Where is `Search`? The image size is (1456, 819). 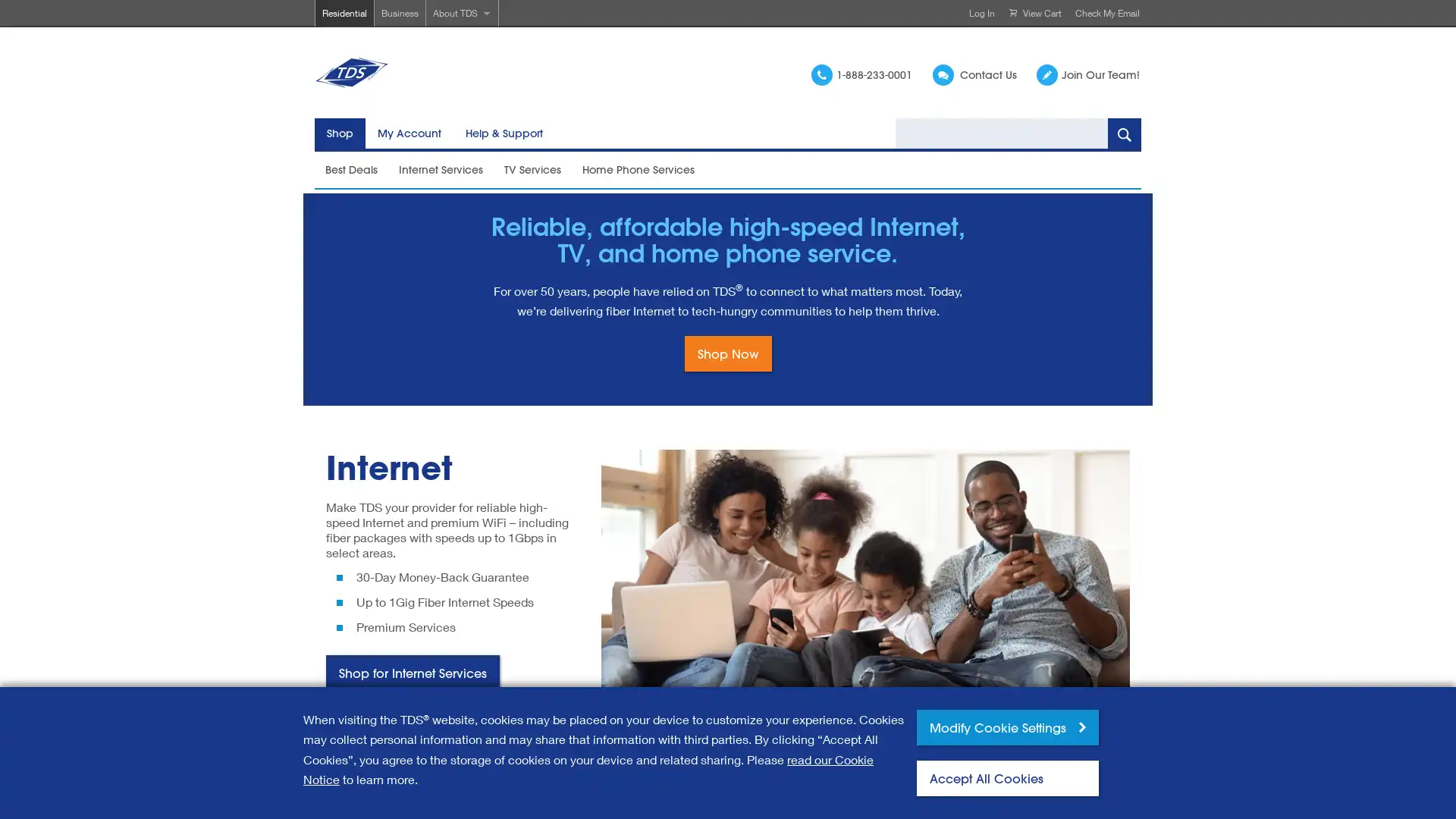
Search is located at coordinates (1125, 133).